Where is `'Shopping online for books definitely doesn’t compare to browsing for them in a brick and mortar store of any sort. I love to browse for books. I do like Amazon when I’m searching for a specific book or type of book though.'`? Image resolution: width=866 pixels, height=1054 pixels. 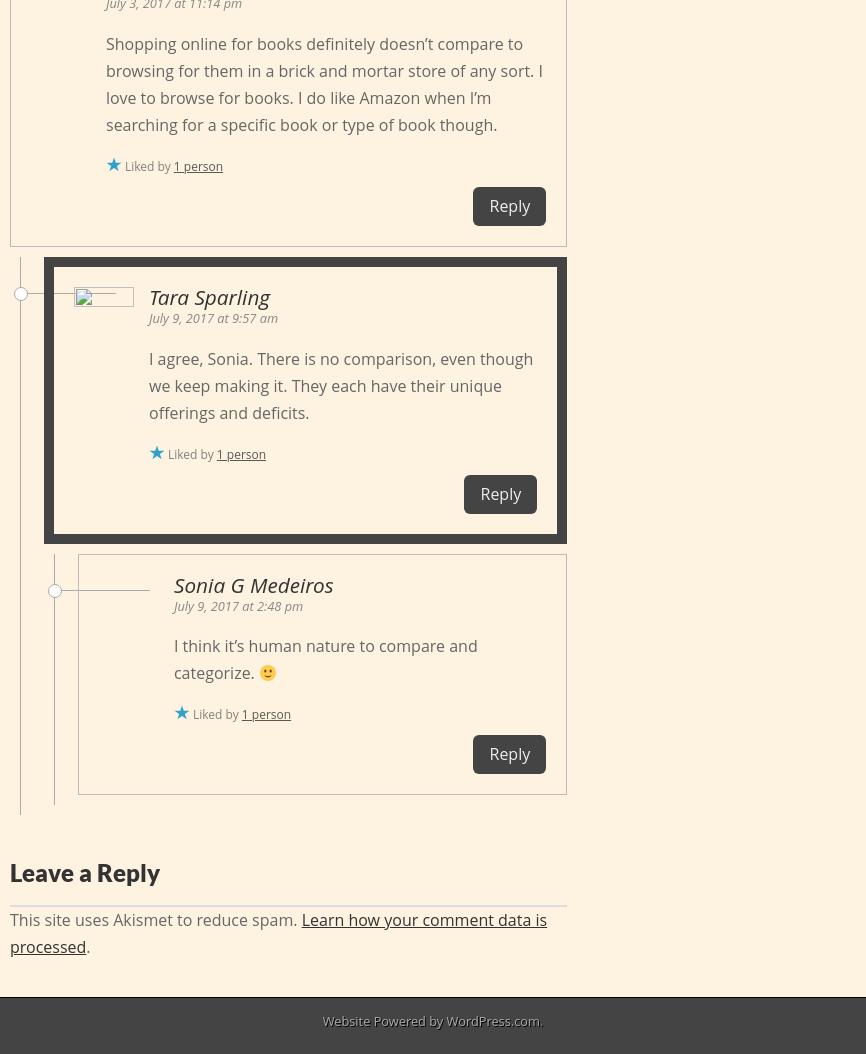 'Shopping online for books definitely doesn’t compare to browsing for them in a brick and mortar store of any sort. I love to browse for books. I do like Amazon when I’m searching for a specific book or type of book though.' is located at coordinates (322, 82).